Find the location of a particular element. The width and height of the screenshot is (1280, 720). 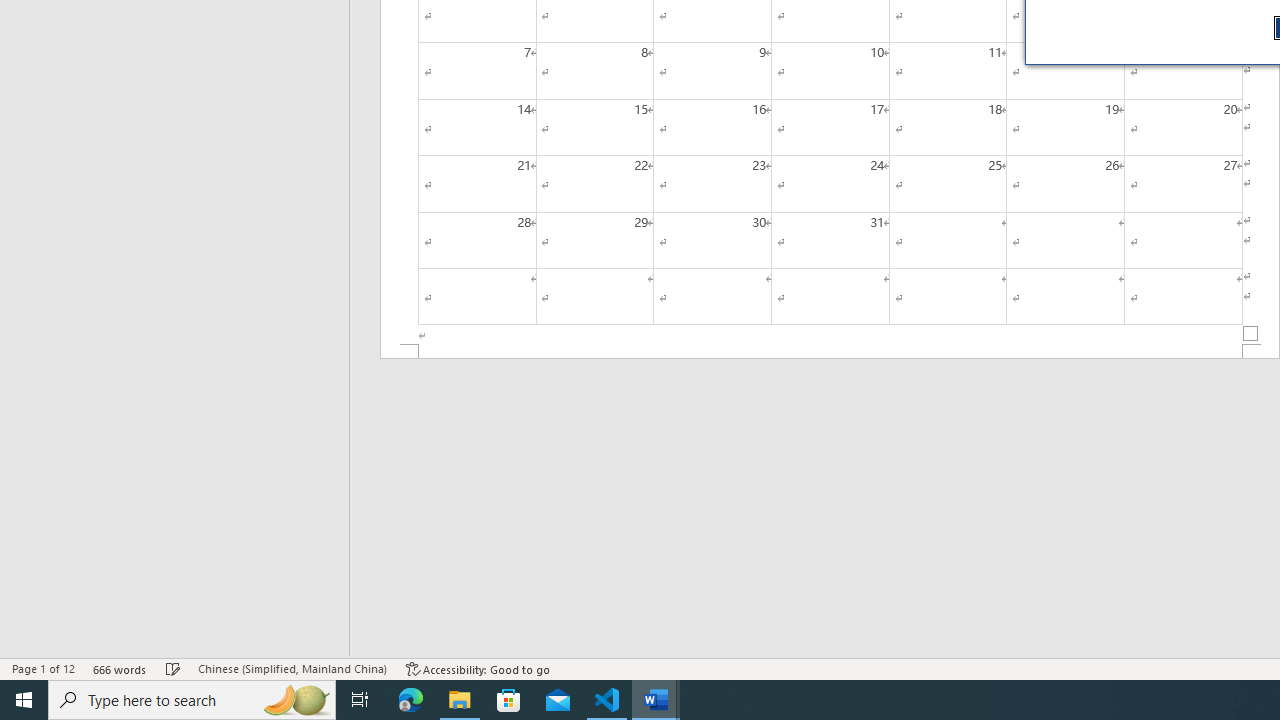

'File Explorer - 1 running window' is located at coordinates (459, 698).